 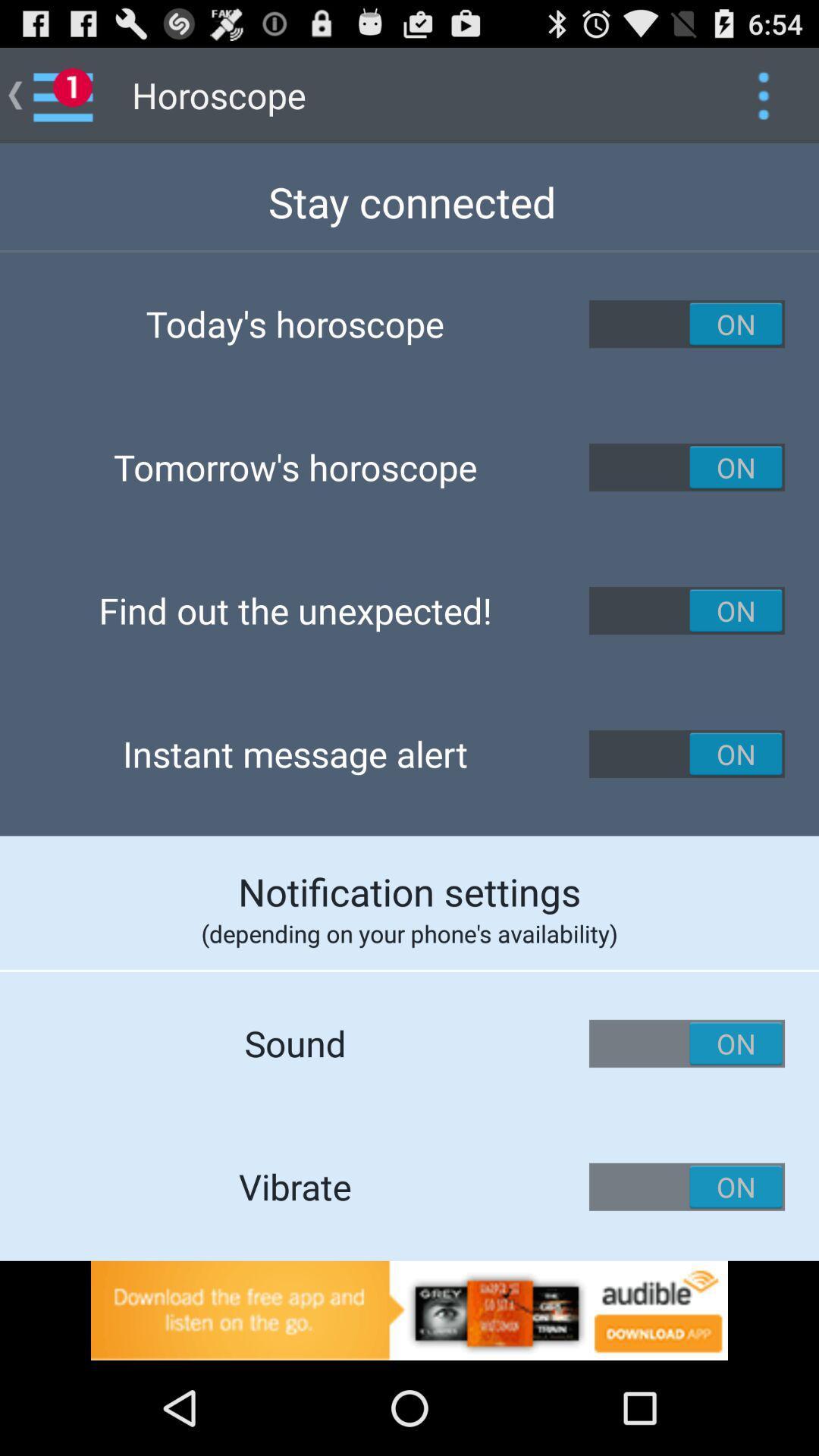 What do you see at coordinates (409, 1310) in the screenshot?
I see `advertising pop up banner` at bounding box center [409, 1310].